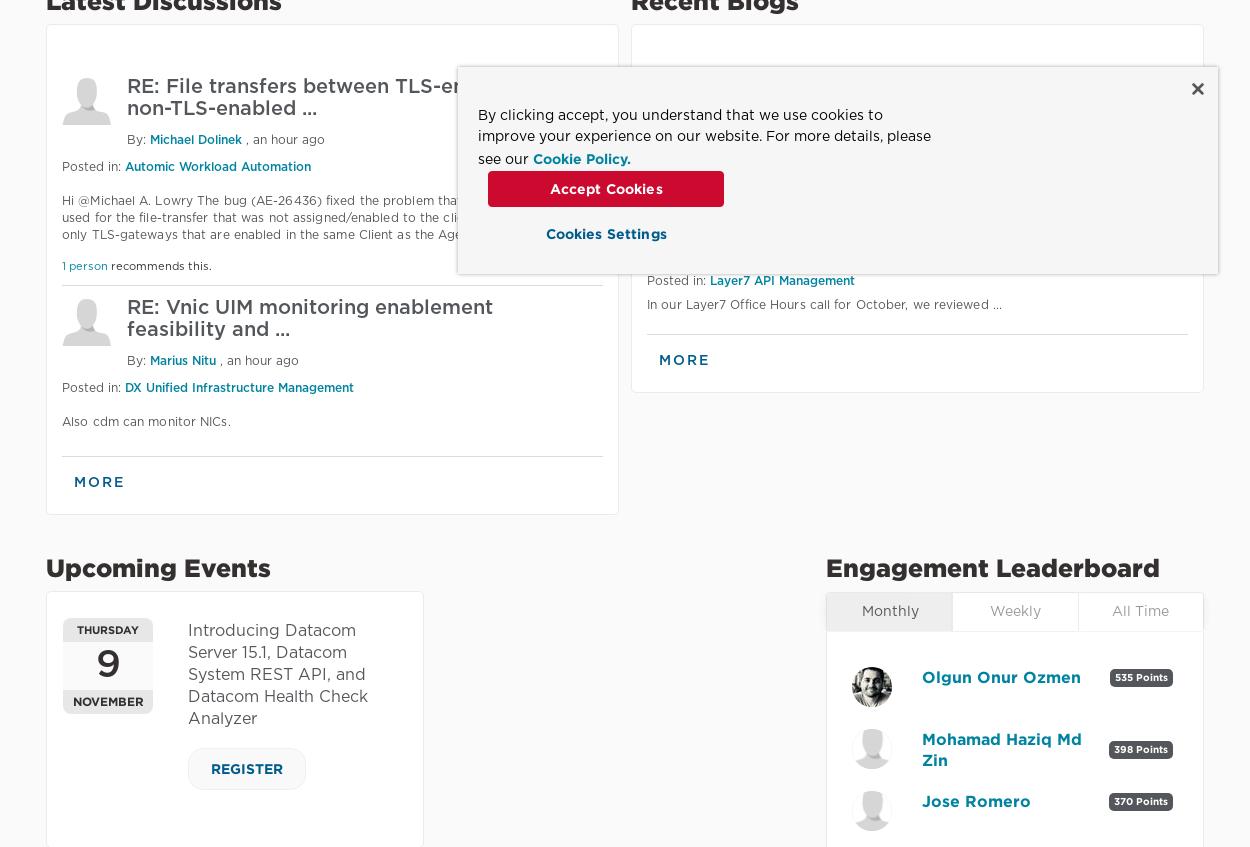  Describe the element at coordinates (62, 217) in the screenshot. I see `'Hi  @Michael A. Lowry  
 
 The bug (AE-26436) fixed the problem that a TLS-gateway was used for the file-transfer that was not assigned/enabled to the client. In v21.0.6 (and up) only TLS-gateways that are enabled in the same Client as the Agents are ...'` at that location.